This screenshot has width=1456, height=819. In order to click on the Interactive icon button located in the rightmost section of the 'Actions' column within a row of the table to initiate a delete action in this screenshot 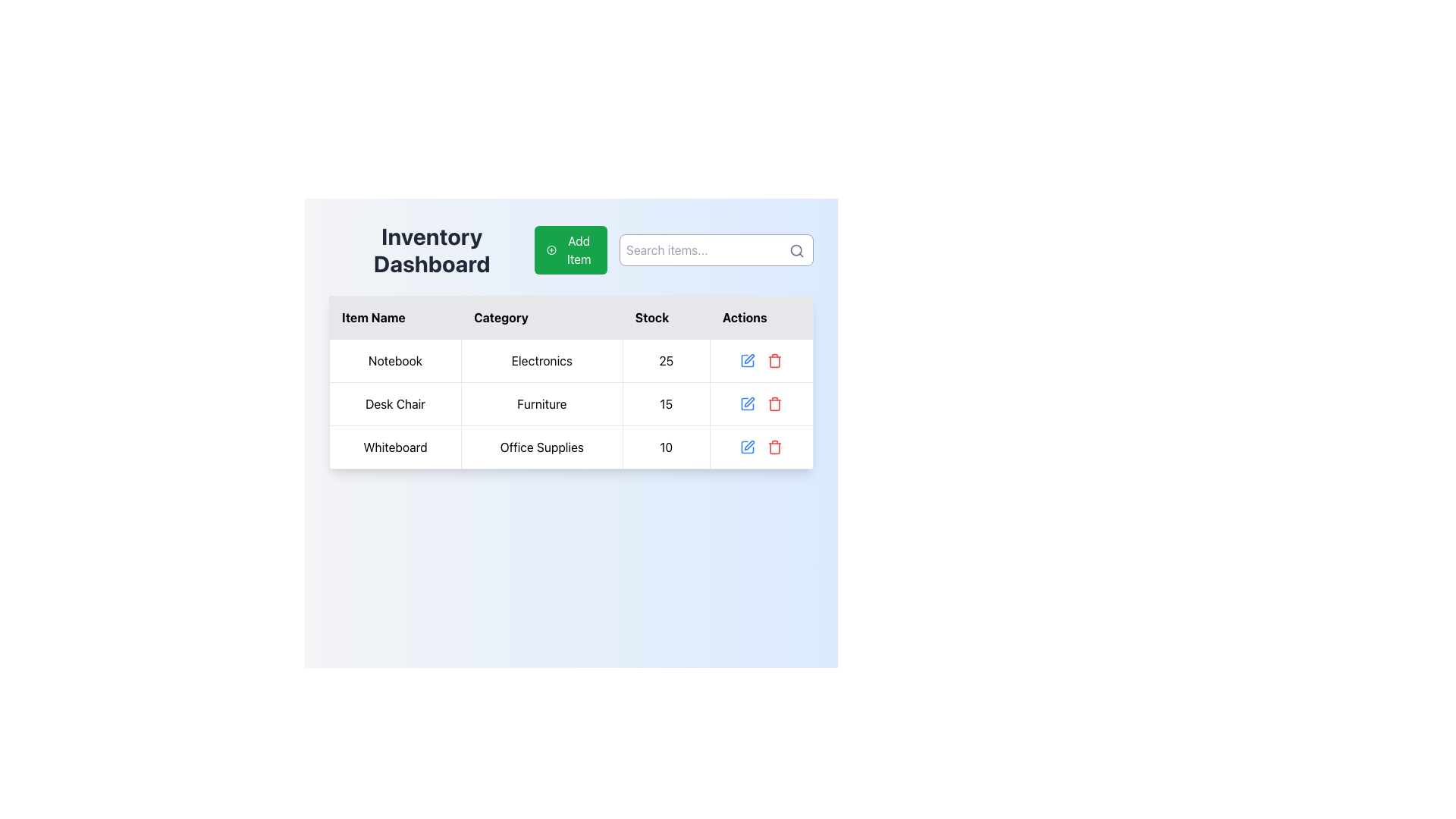, I will do `click(775, 403)`.